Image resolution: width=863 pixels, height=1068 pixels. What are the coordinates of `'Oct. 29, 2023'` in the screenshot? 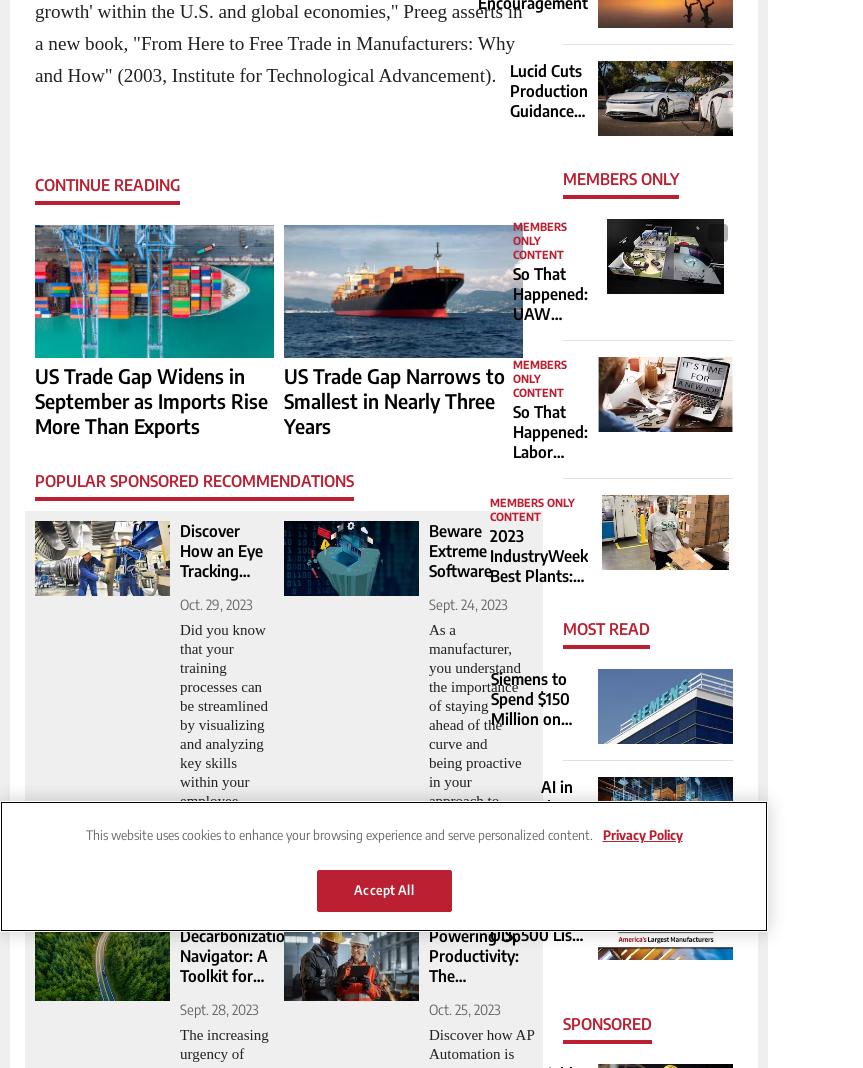 It's located at (216, 603).